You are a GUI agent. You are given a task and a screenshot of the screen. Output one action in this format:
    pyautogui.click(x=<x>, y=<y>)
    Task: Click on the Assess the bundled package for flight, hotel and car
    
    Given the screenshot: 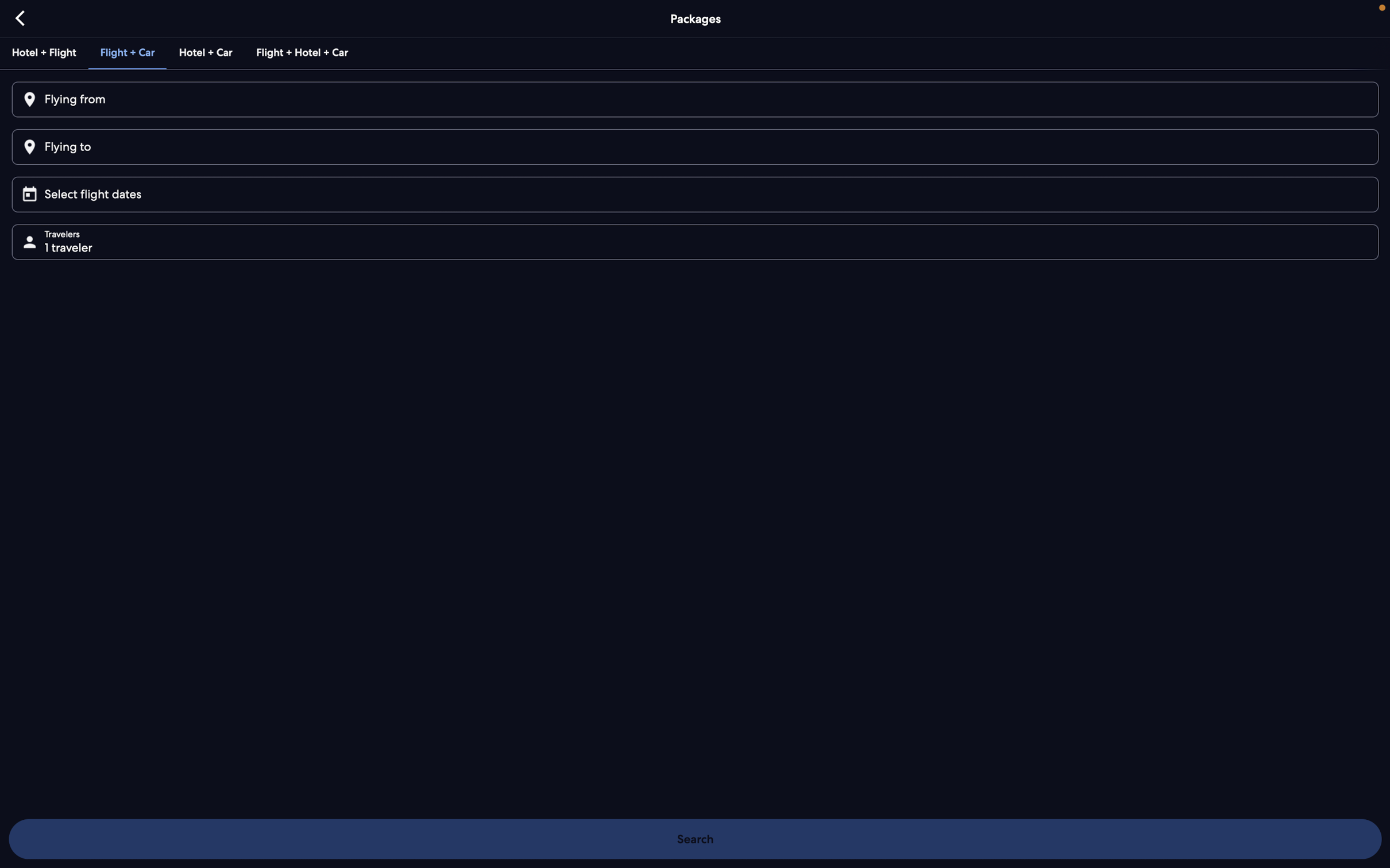 What is the action you would take?
    pyautogui.click(x=300, y=52)
    